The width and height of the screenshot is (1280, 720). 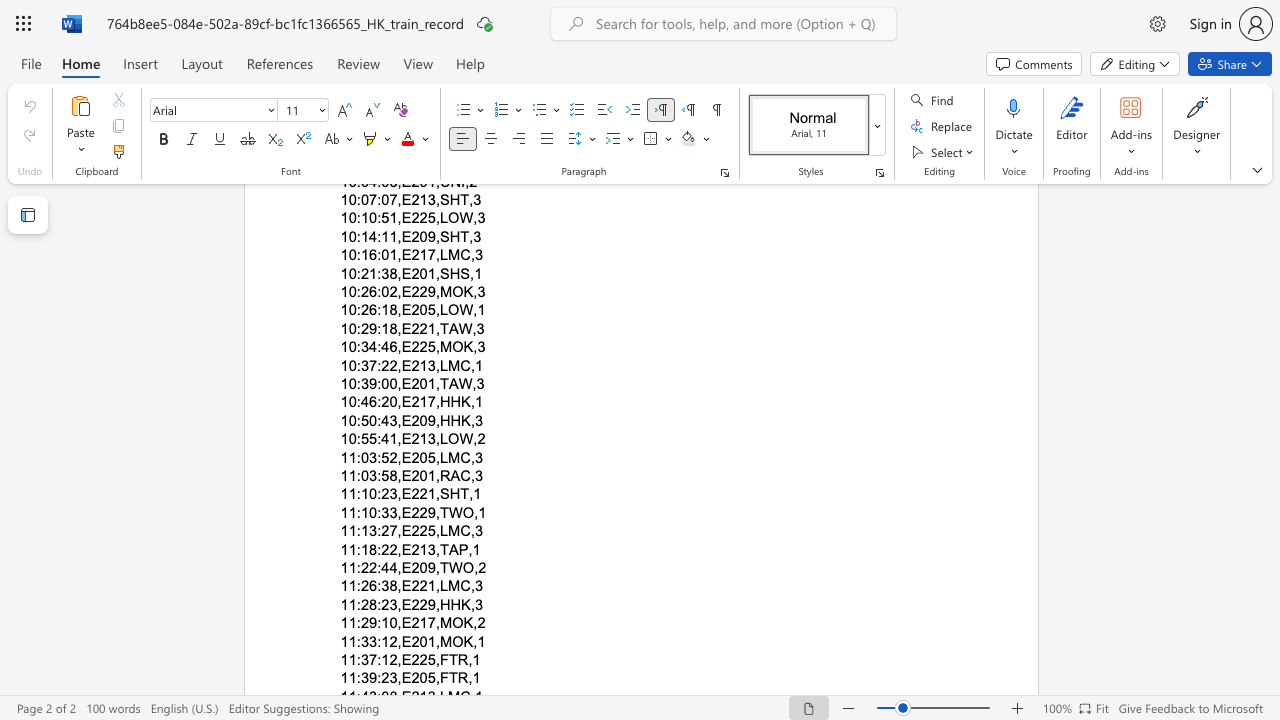 What do you see at coordinates (434, 568) in the screenshot?
I see `the subset text ",TW" within the text "11:22:44,E209,TWO,2"` at bounding box center [434, 568].